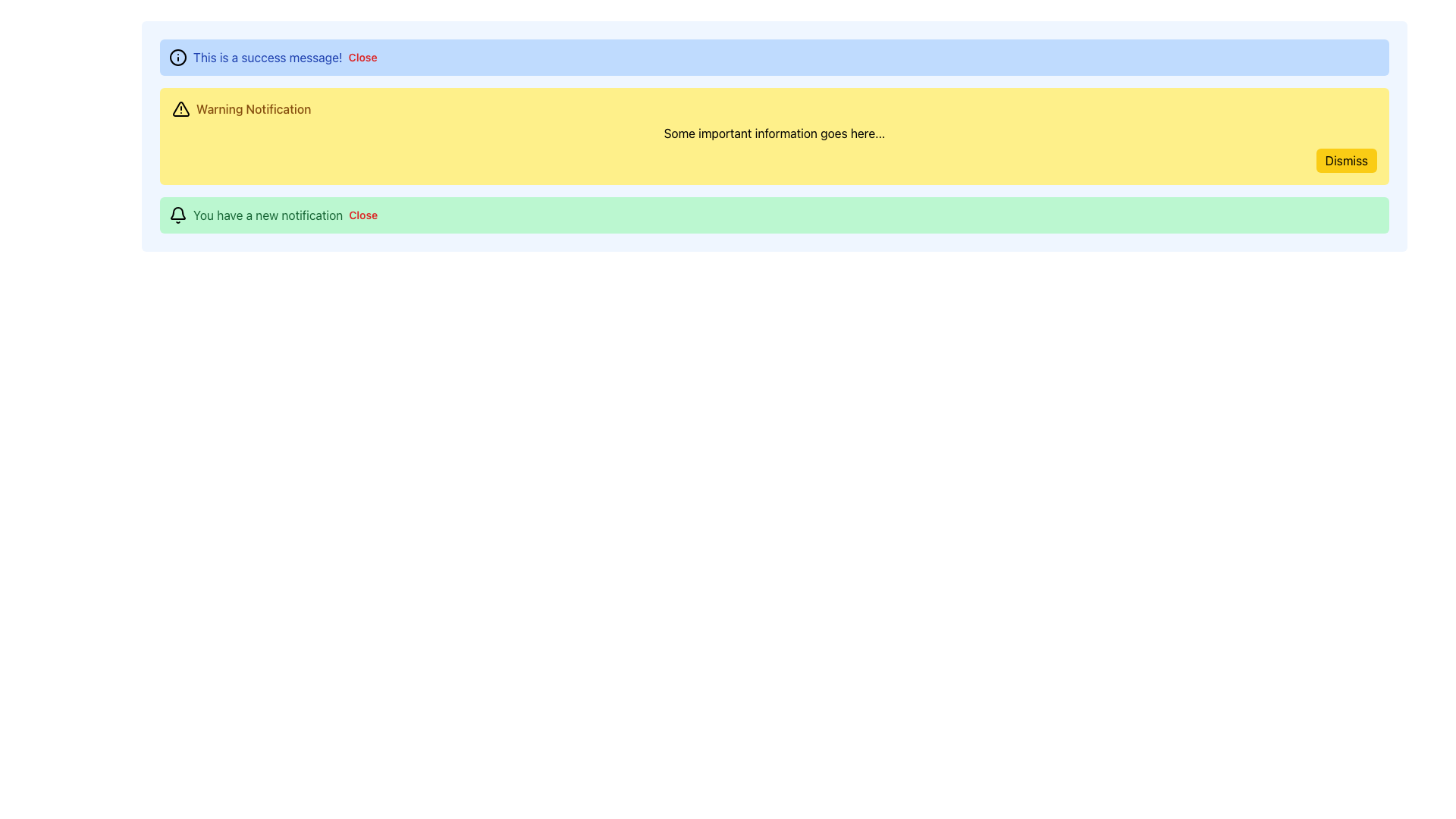 This screenshot has width=1456, height=819. I want to click on the Circle element within the SVG icon, which is part of the notification bar indicating a success message, located to the left of the text, so click(178, 57).